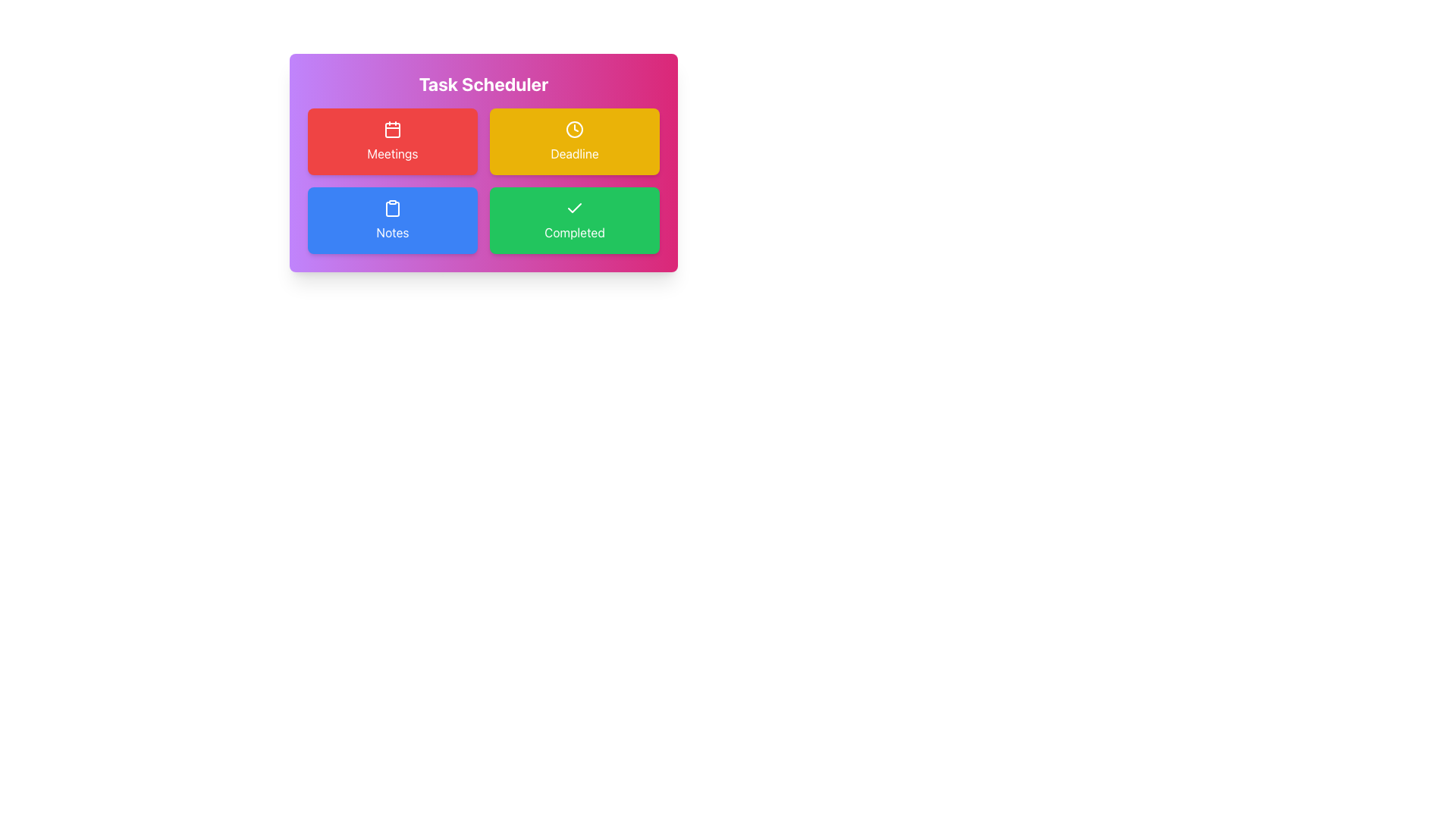  I want to click on checkmark icon located inside the green 'Completed' button in the lower-right corner of the 'Task Scheduler' interface, so click(574, 208).